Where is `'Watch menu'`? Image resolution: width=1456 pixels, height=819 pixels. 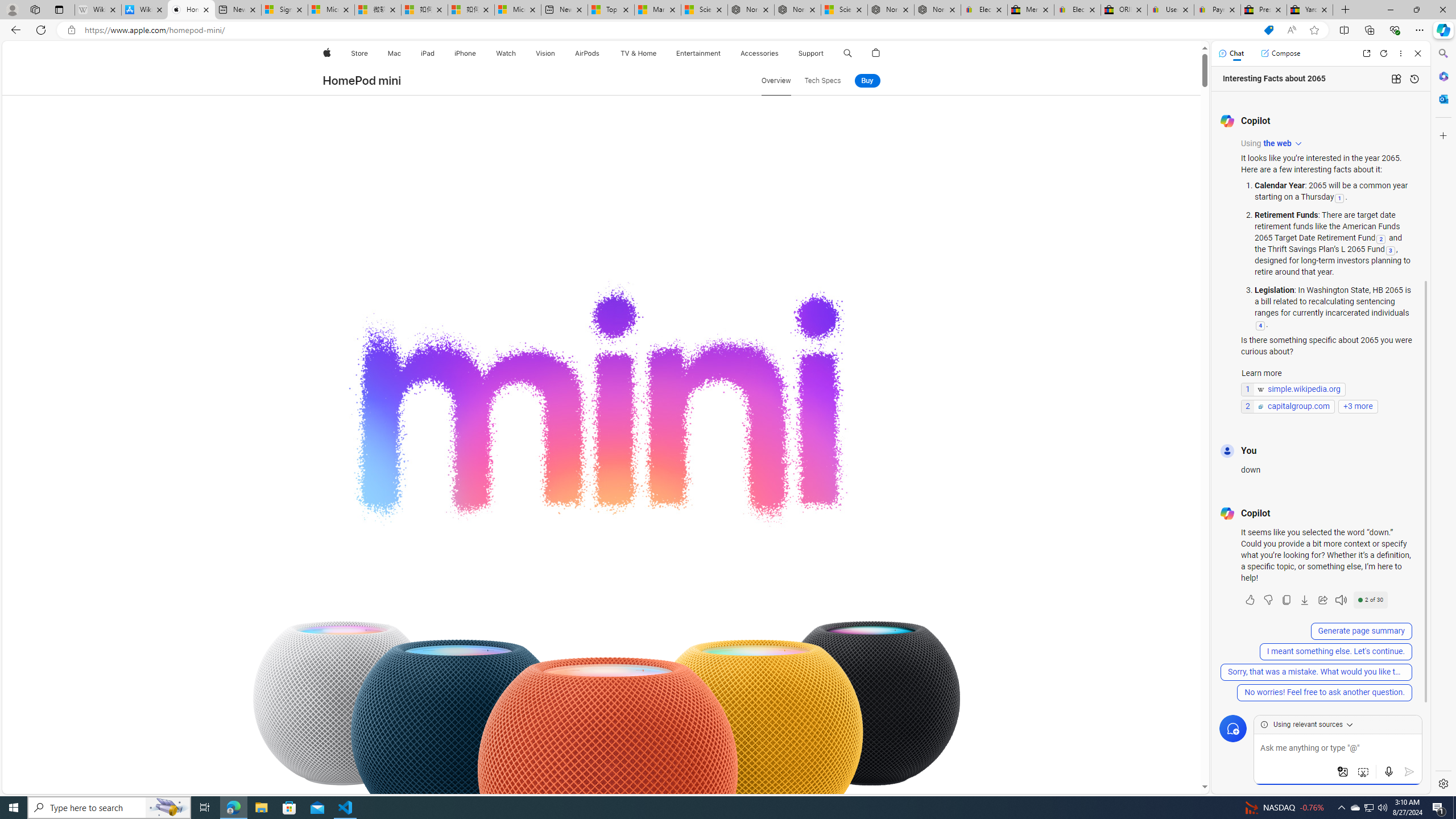 'Watch menu' is located at coordinates (519, 53).